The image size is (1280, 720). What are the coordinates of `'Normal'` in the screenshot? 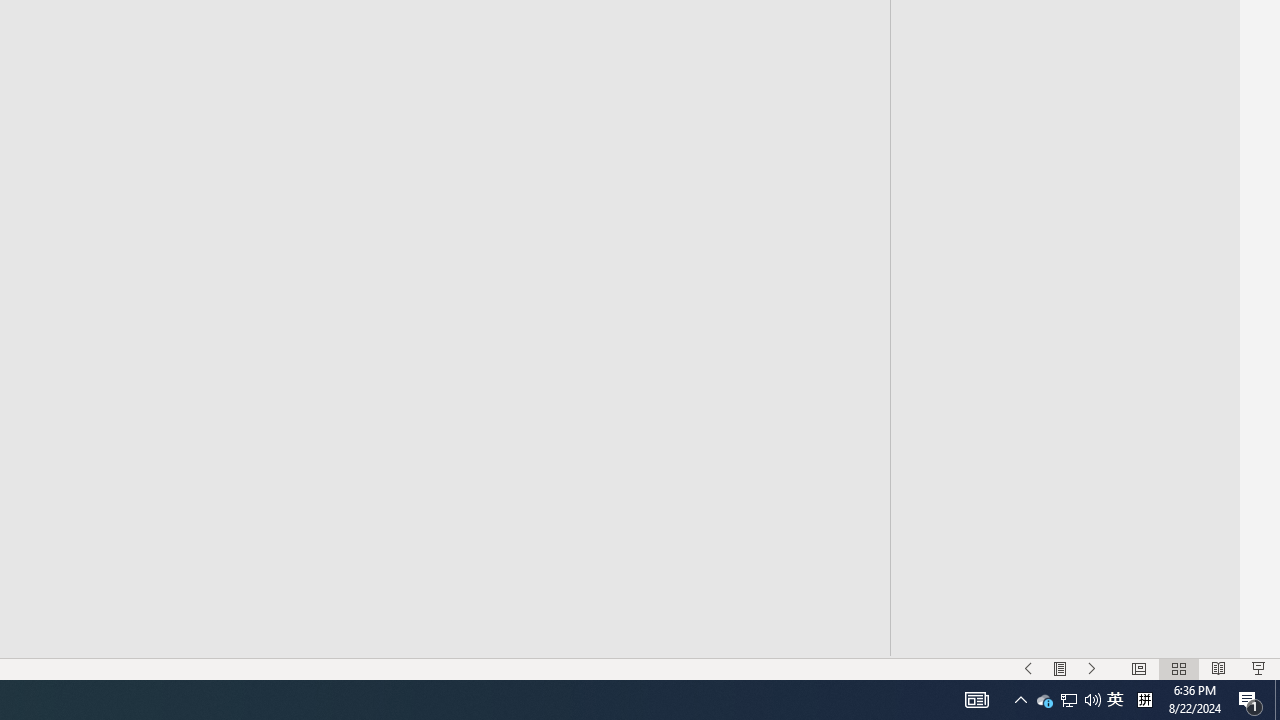 It's located at (1138, 669).